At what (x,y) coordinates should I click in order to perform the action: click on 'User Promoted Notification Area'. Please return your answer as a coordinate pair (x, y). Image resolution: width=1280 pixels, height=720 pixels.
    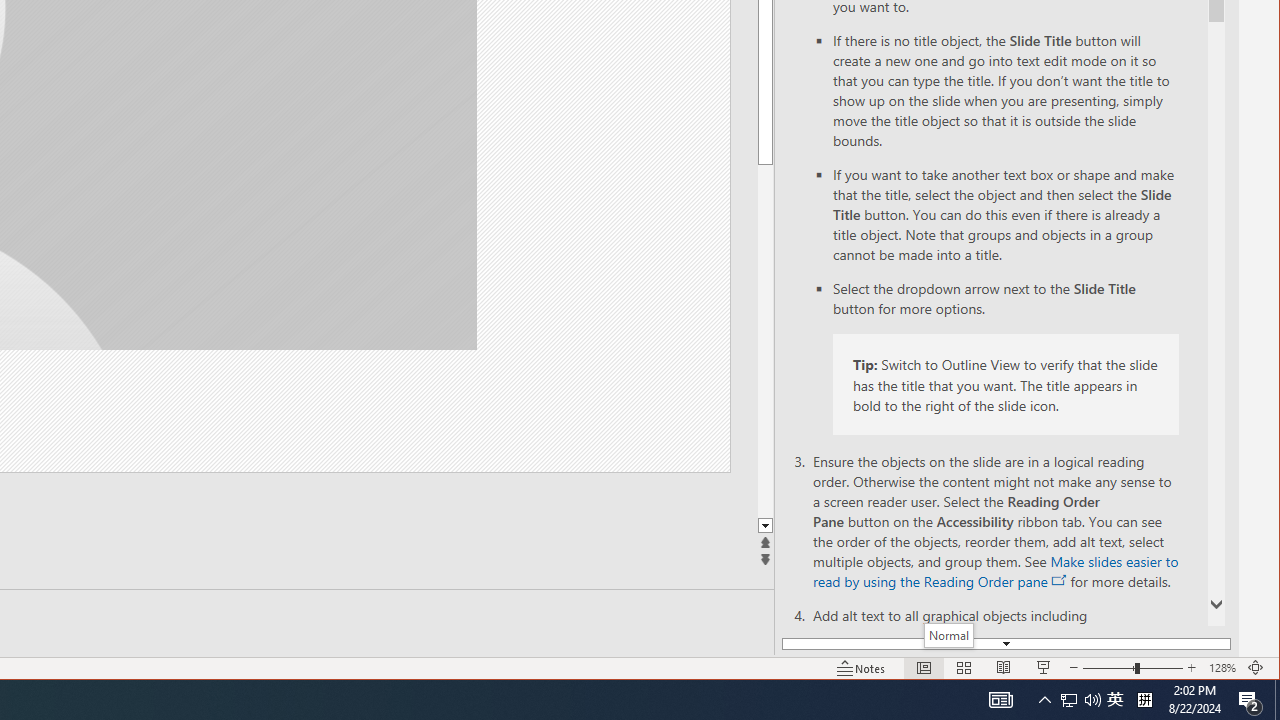
    Looking at the image, I should click on (1079, 698).